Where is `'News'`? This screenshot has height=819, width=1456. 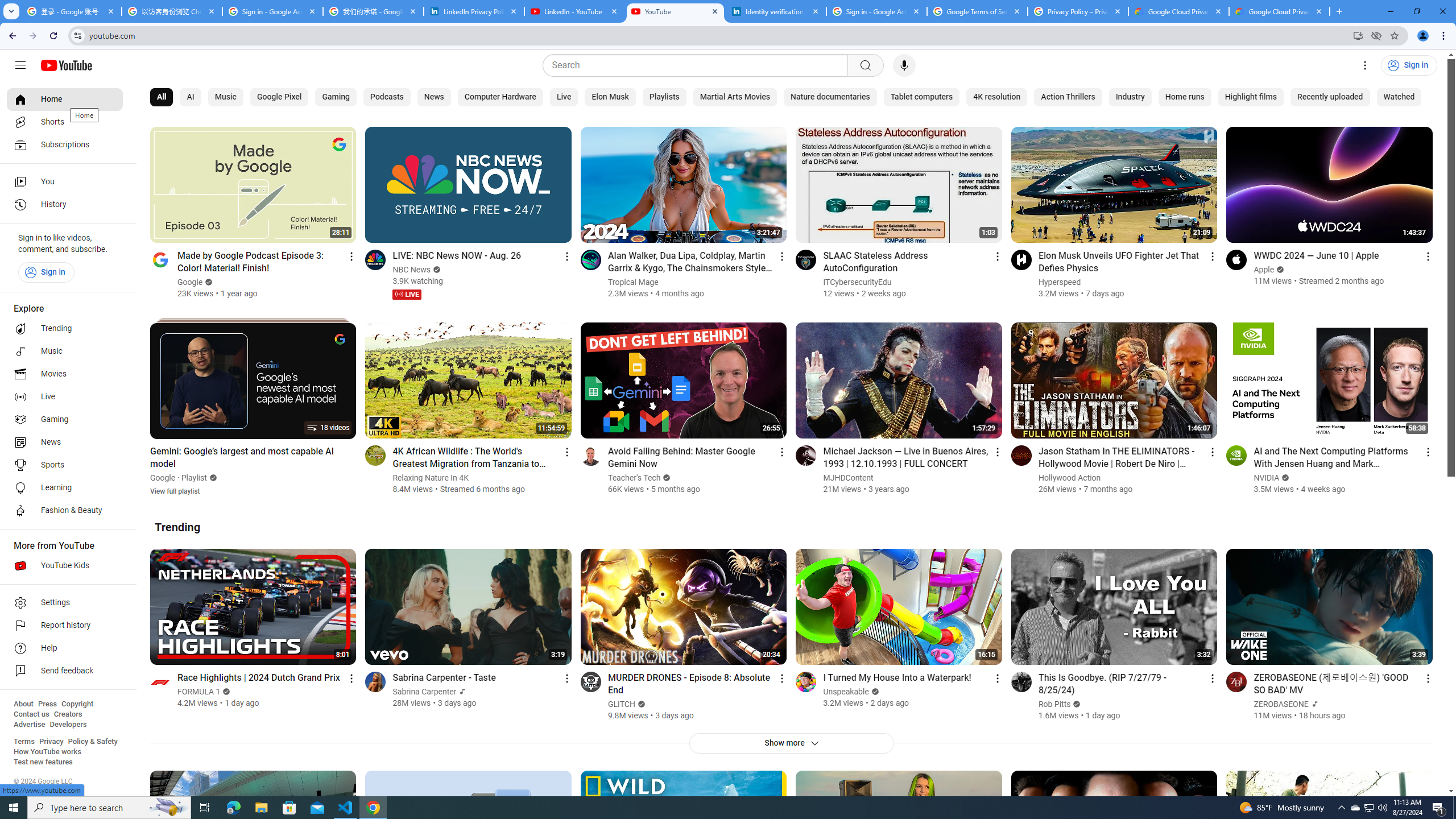
'News' is located at coordinates (433, 97).